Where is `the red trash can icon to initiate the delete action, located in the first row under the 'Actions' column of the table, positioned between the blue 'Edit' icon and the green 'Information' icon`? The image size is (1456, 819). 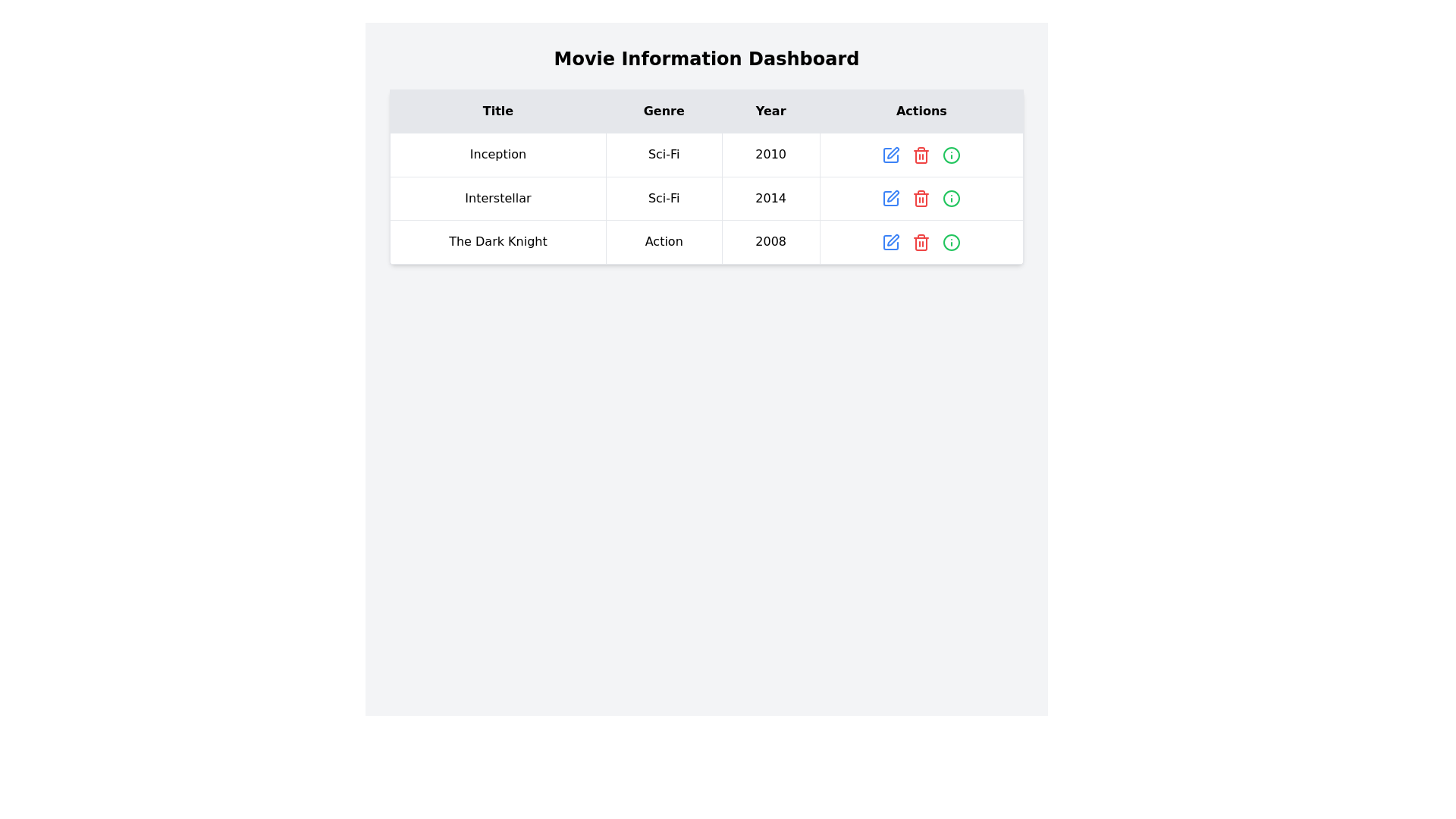
the red trash can icon to initiate the delete action, located in the first row under the 'Actions' column of the table, positioned between the blue 'Edit' icon and the green 'Information' icon is located at coordinates (921, 155).